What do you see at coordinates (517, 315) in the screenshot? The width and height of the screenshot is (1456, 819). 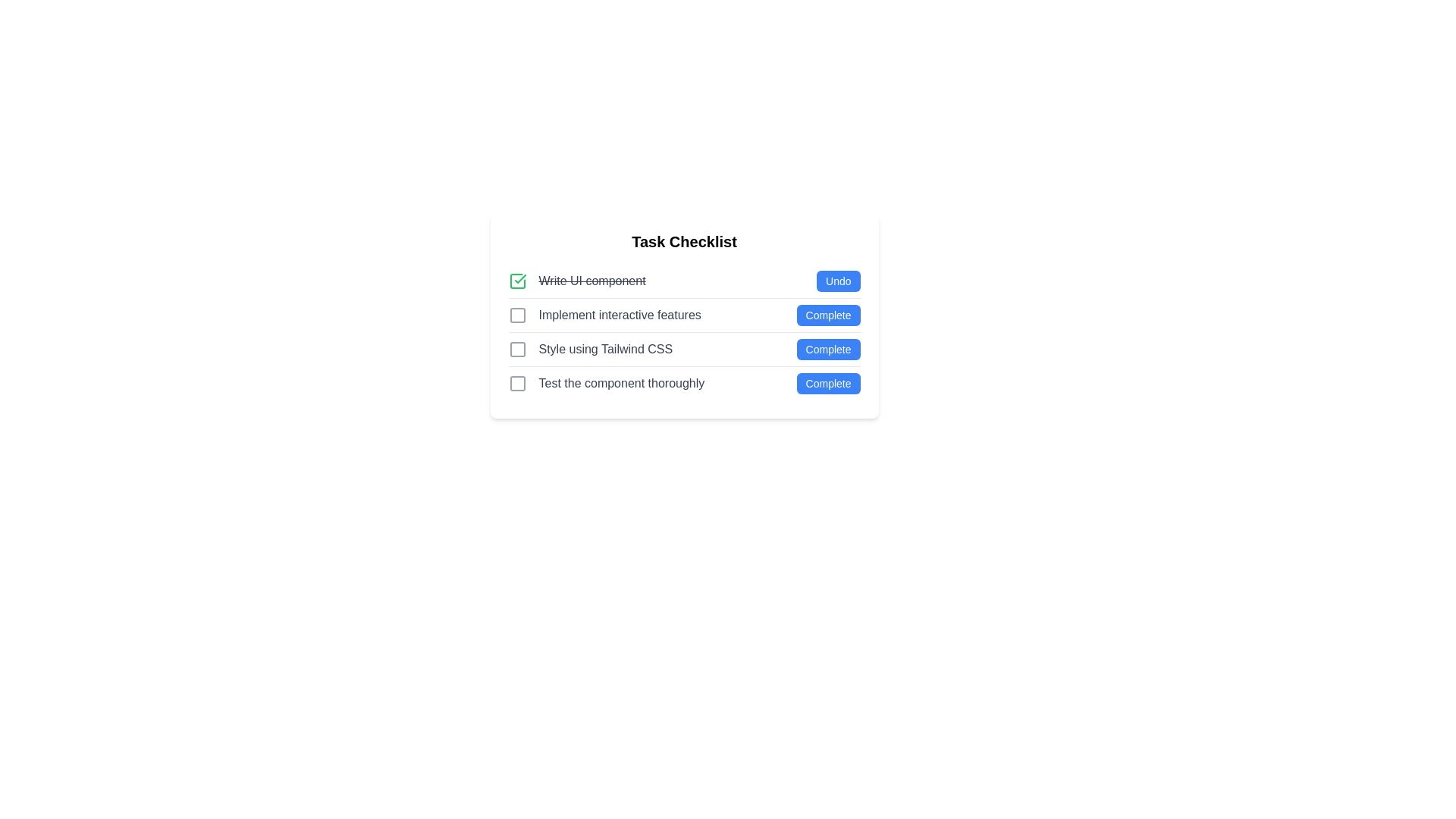 I see `minimalistic, rounded rectangle SVG graphic positioned within a larger SVG graphic that aligns with a checklist text item` at bounding box center [517, 315].